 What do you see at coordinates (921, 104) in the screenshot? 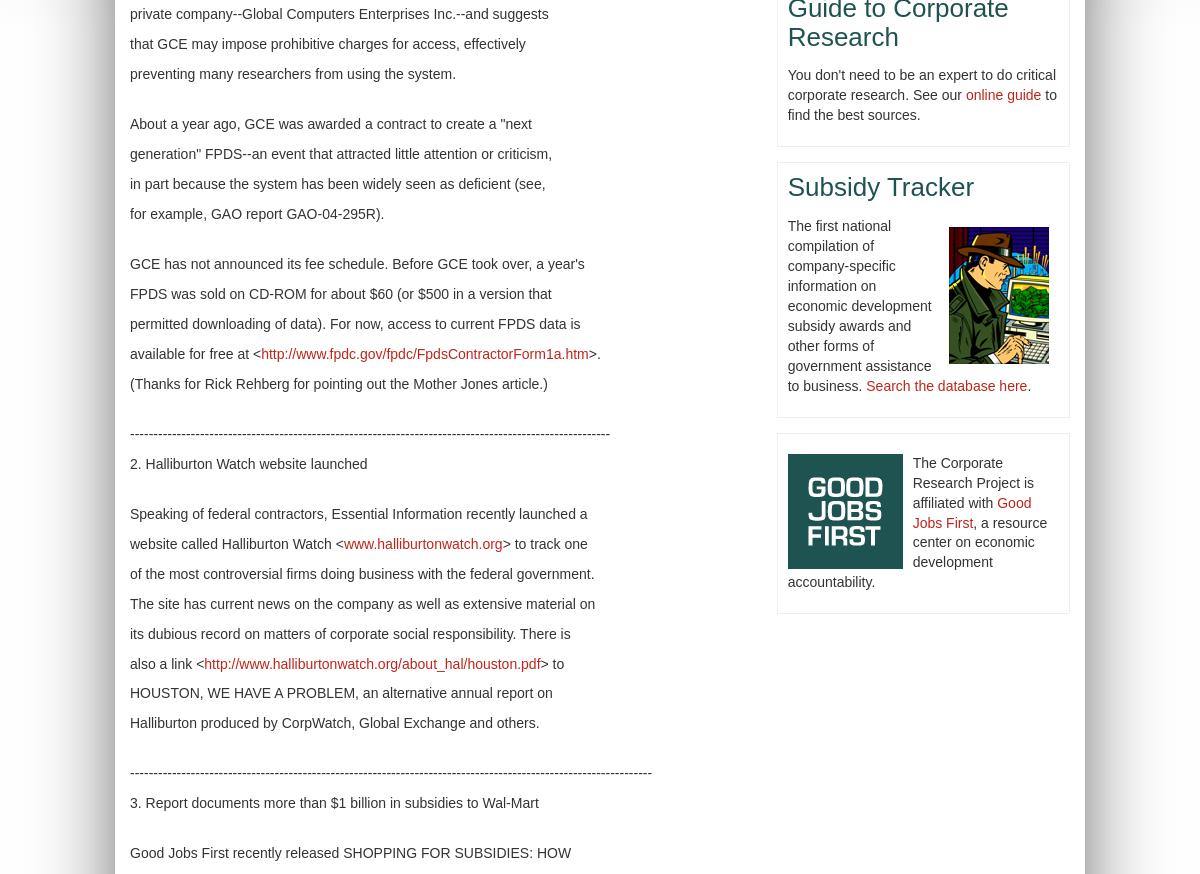
I see `'to find the best sources.'` at bounding box center [921, 104].